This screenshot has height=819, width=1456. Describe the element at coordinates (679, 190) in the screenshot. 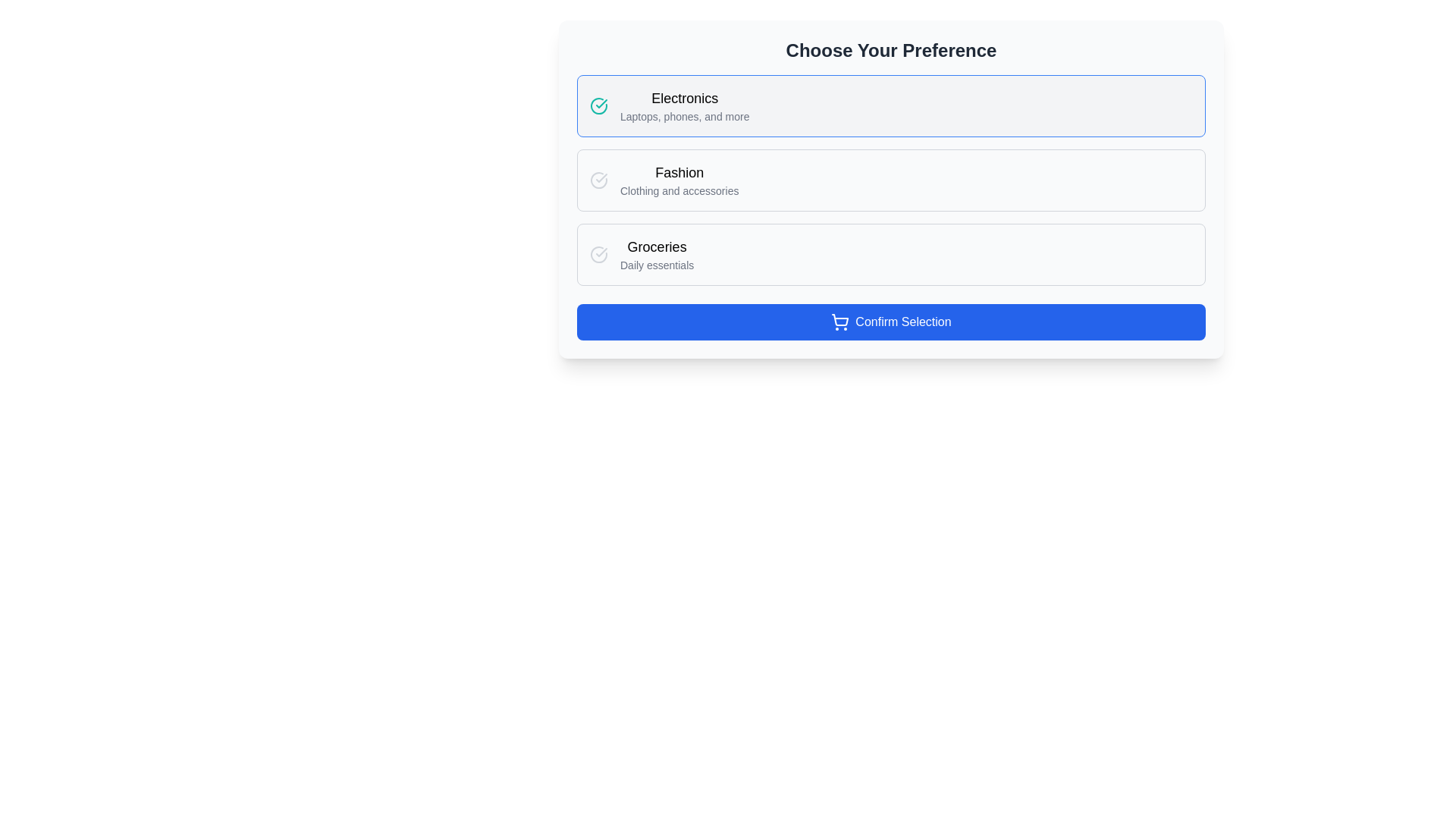

I see `the text label providing additional context for the 'Fashion' category, which is located below the 'Fashion' heading in a vertical list of preferences` at that location.